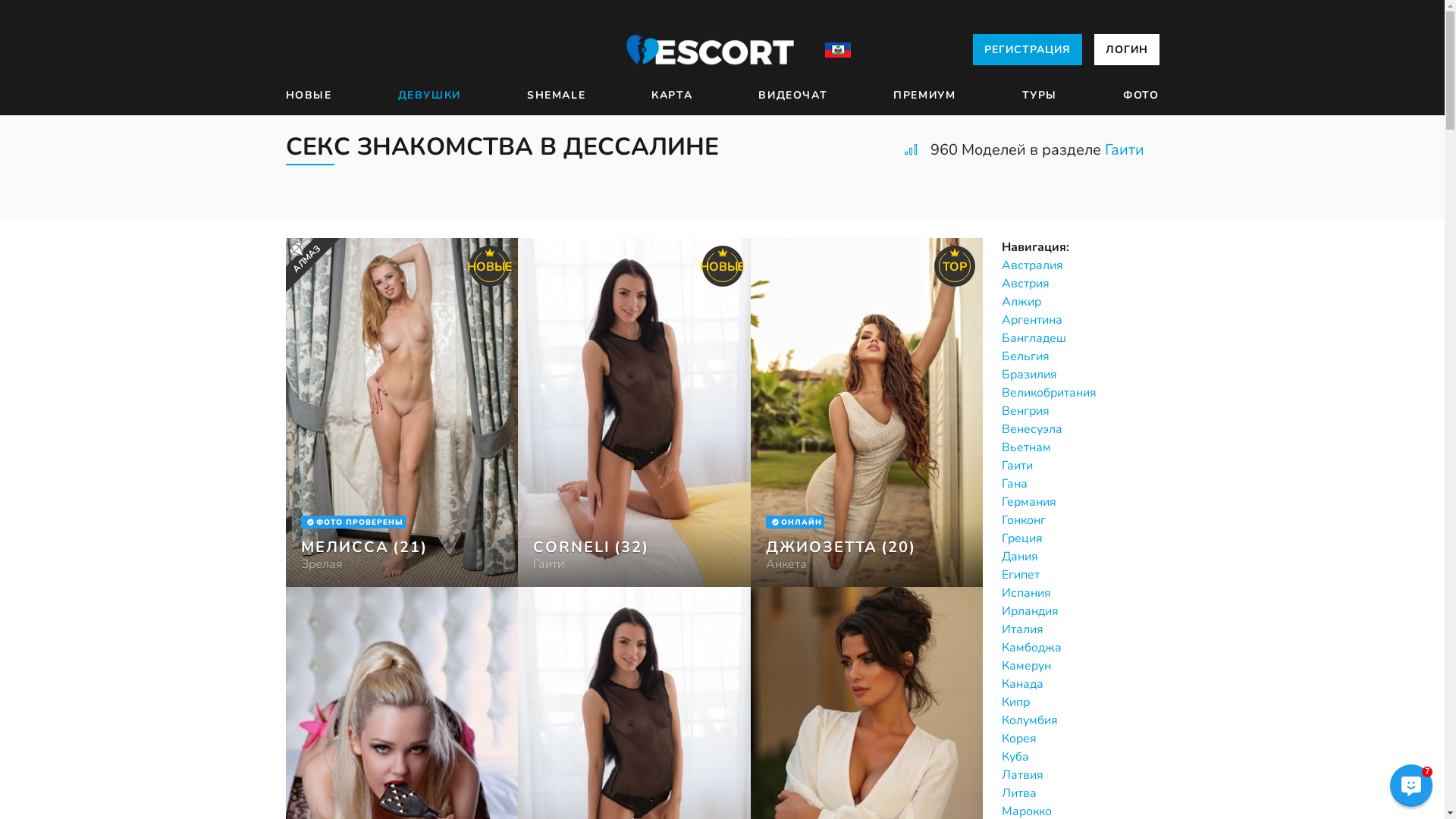 The height and width of the screenshot is (819, 1456). I want to click on 'SHEMALE', so click(555, 95).